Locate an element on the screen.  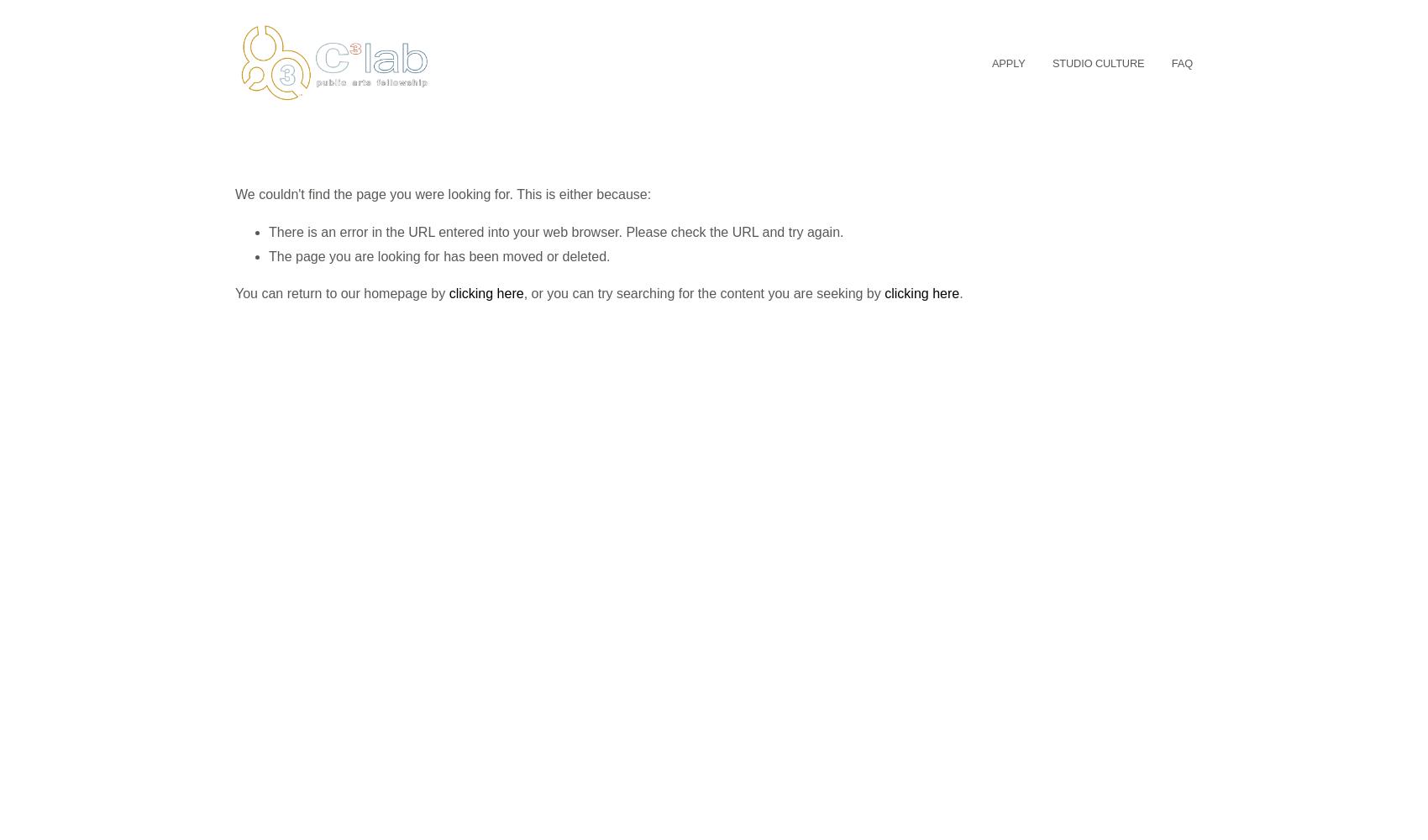
'We couldn't find the page you were looking for. This is either because:' is located at coordinates (443, 192).